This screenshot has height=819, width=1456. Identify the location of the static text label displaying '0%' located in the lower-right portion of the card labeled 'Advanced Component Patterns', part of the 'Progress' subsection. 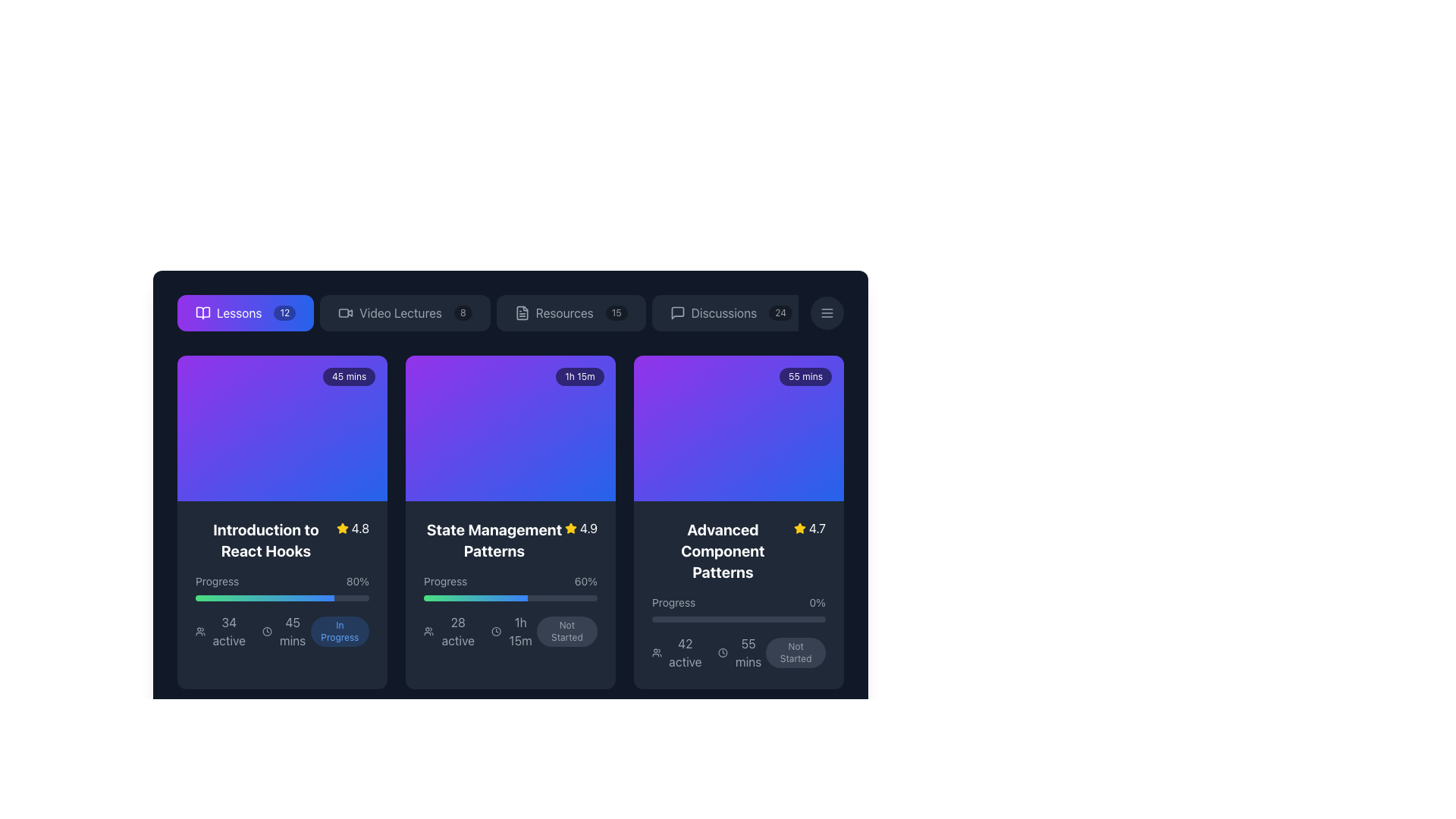
(817, 601).